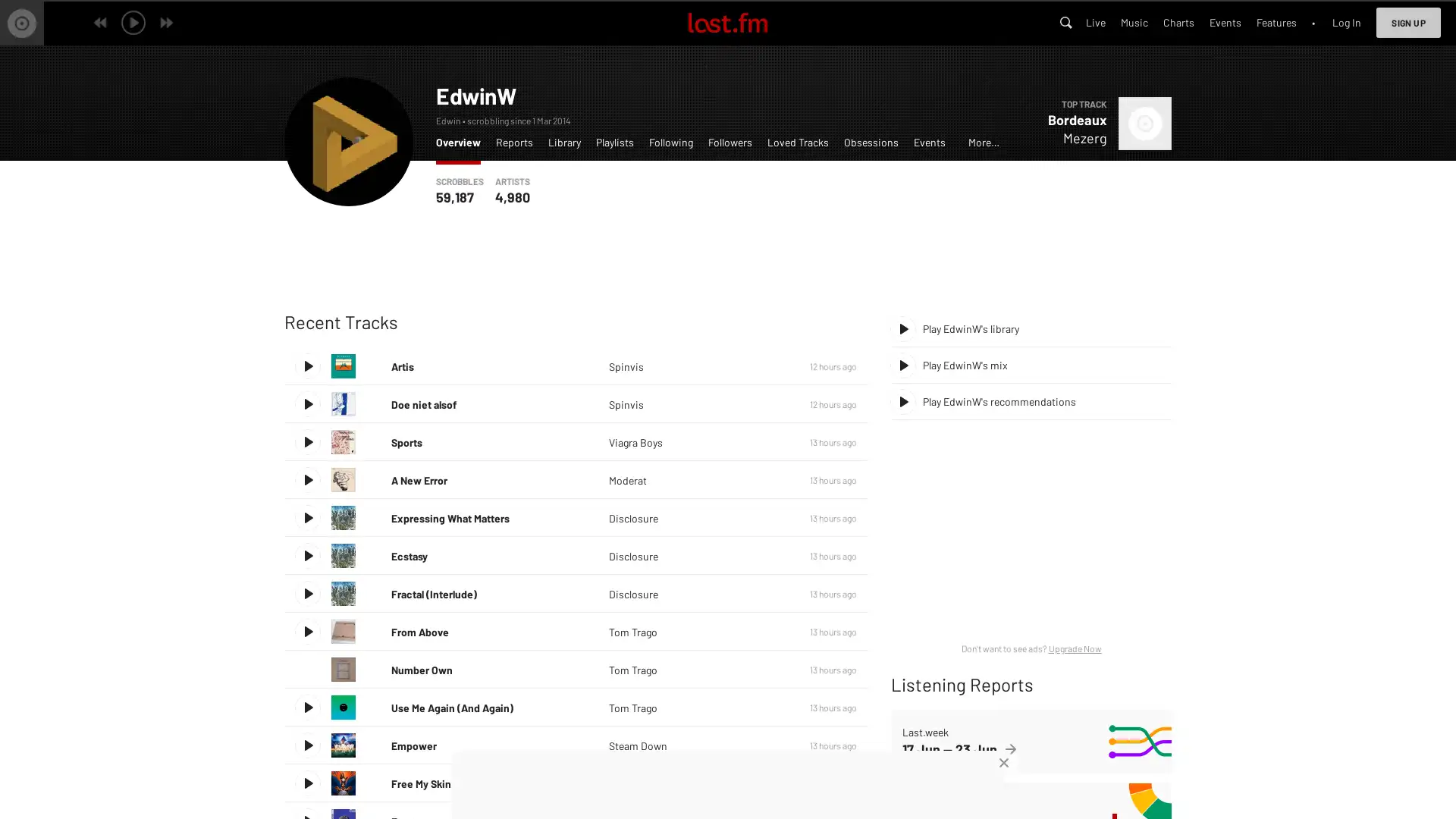  What do you see at coordinates (764, 708) in the screenshot?
I see `Buy` at bounding box center [764, 708].